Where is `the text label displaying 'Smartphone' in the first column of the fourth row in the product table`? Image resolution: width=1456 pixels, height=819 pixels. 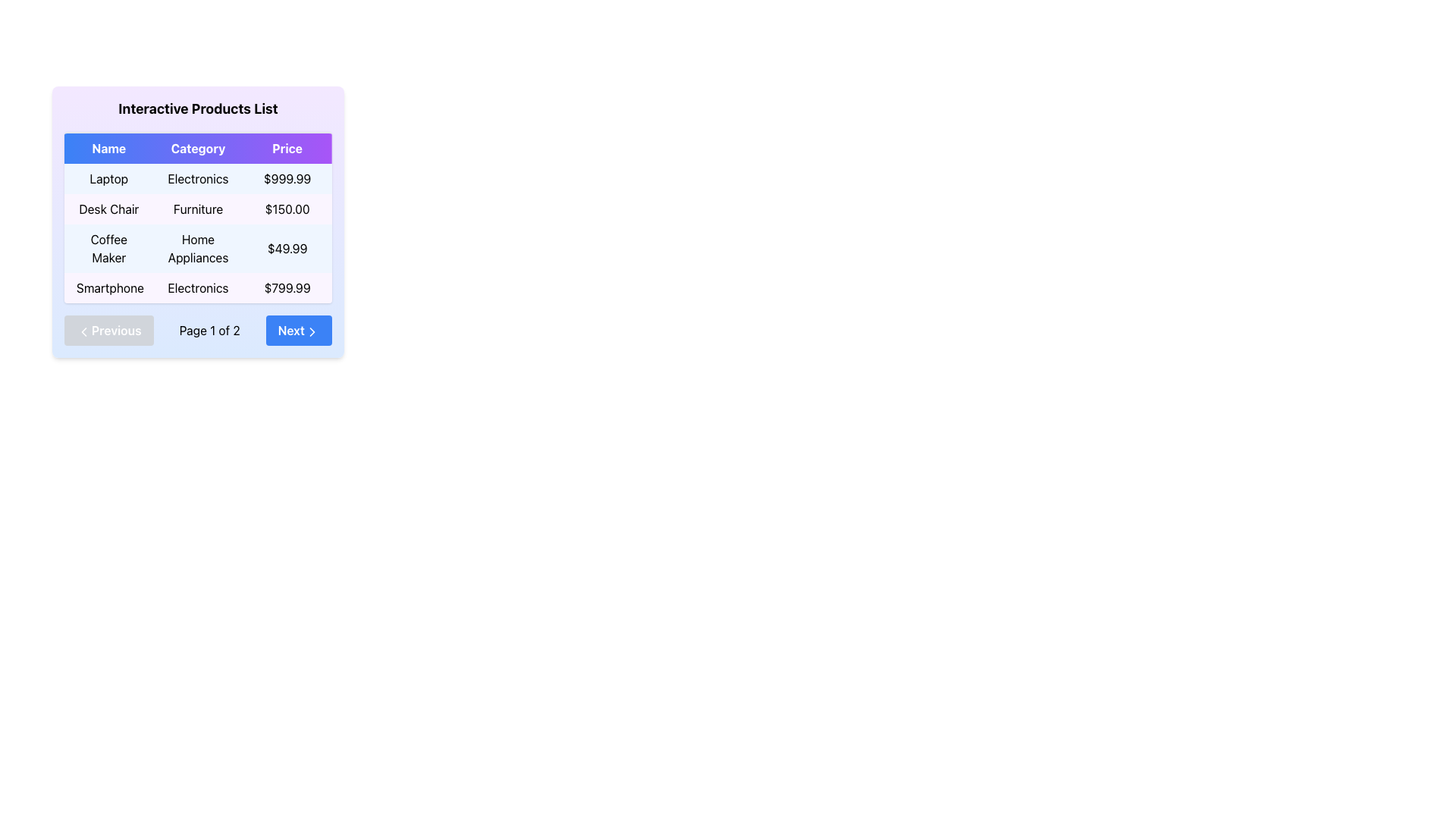
the text label displaying 'Smartphone' in the first column of the fourth row in the product table is located at coordinates (108, 288).